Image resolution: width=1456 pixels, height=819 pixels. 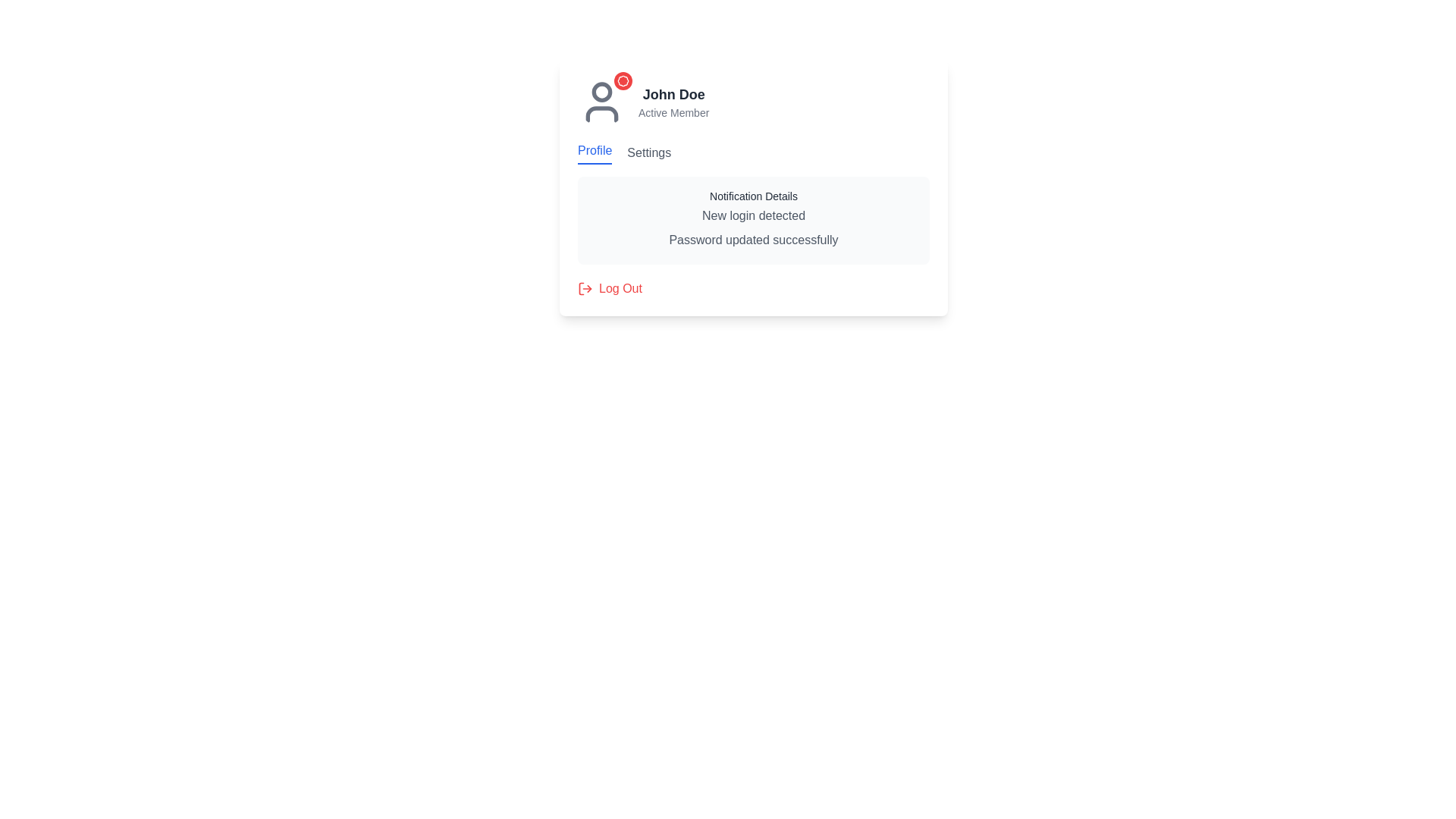 I want to click on the user profile summary block displaying 'John Doe' and 'Active Member', so click(x=753, y=102).